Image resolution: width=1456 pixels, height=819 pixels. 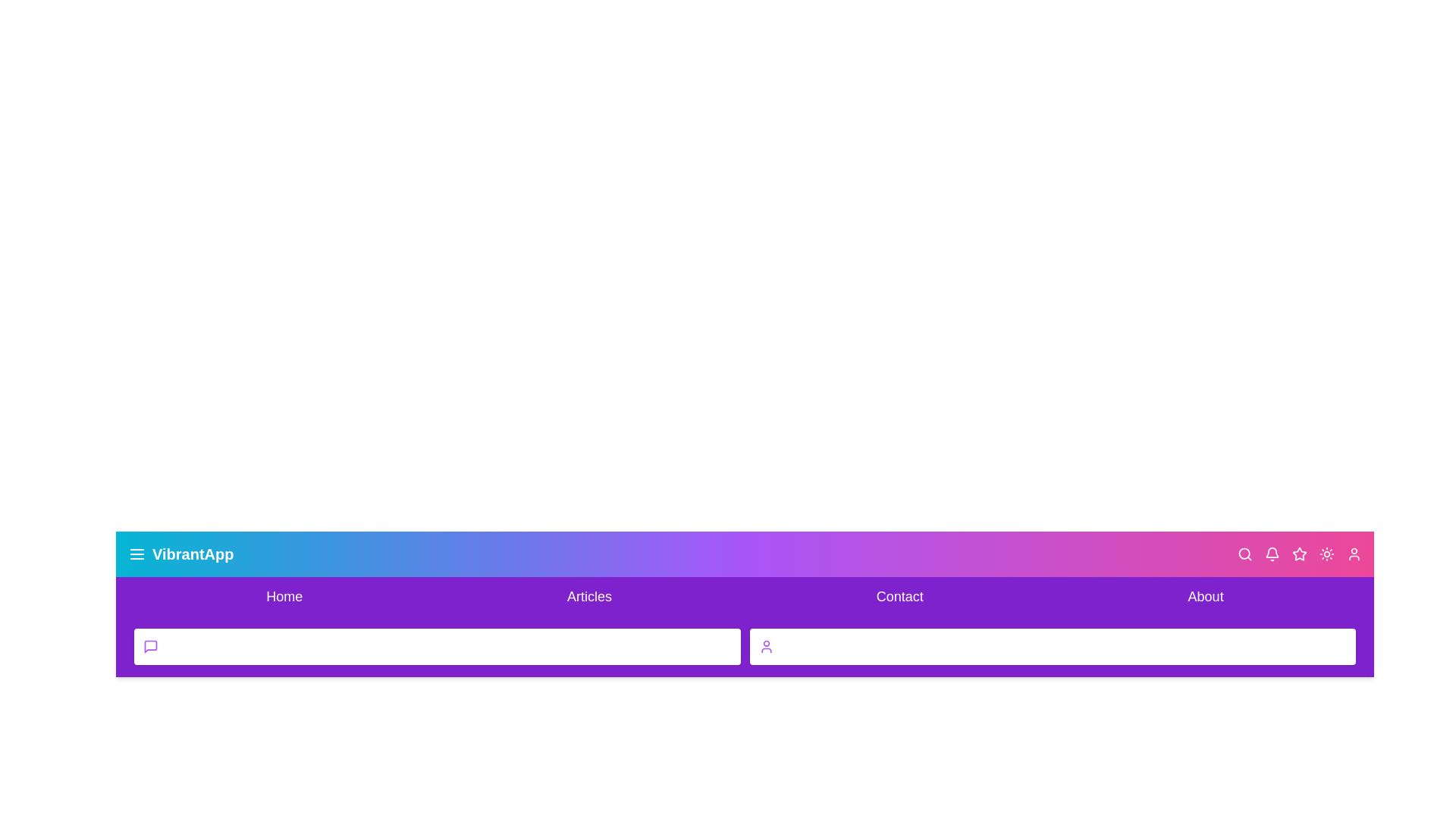 What do you see at coordinates (1354, 554) in the screenshot?
I see `the user icon to access user options` at bounding box center [1354, 554].